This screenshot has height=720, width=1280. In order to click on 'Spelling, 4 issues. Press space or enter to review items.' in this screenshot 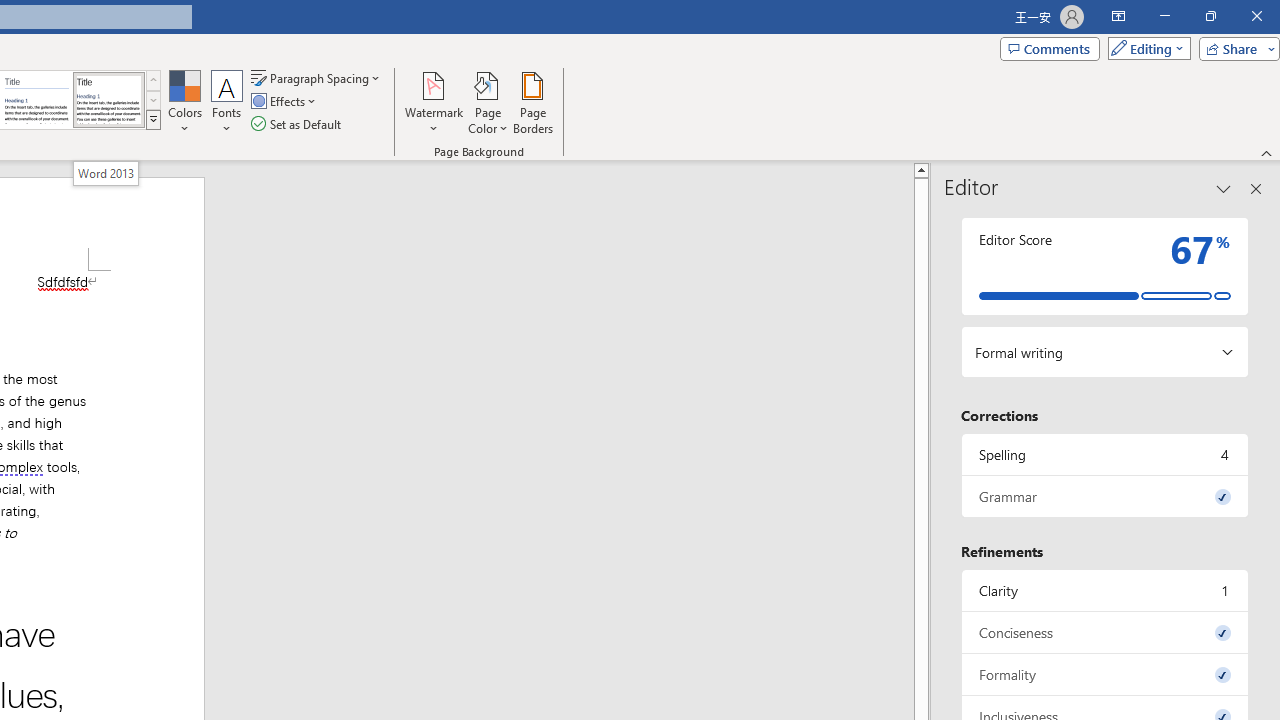, I will do `click(1104, 454)`.